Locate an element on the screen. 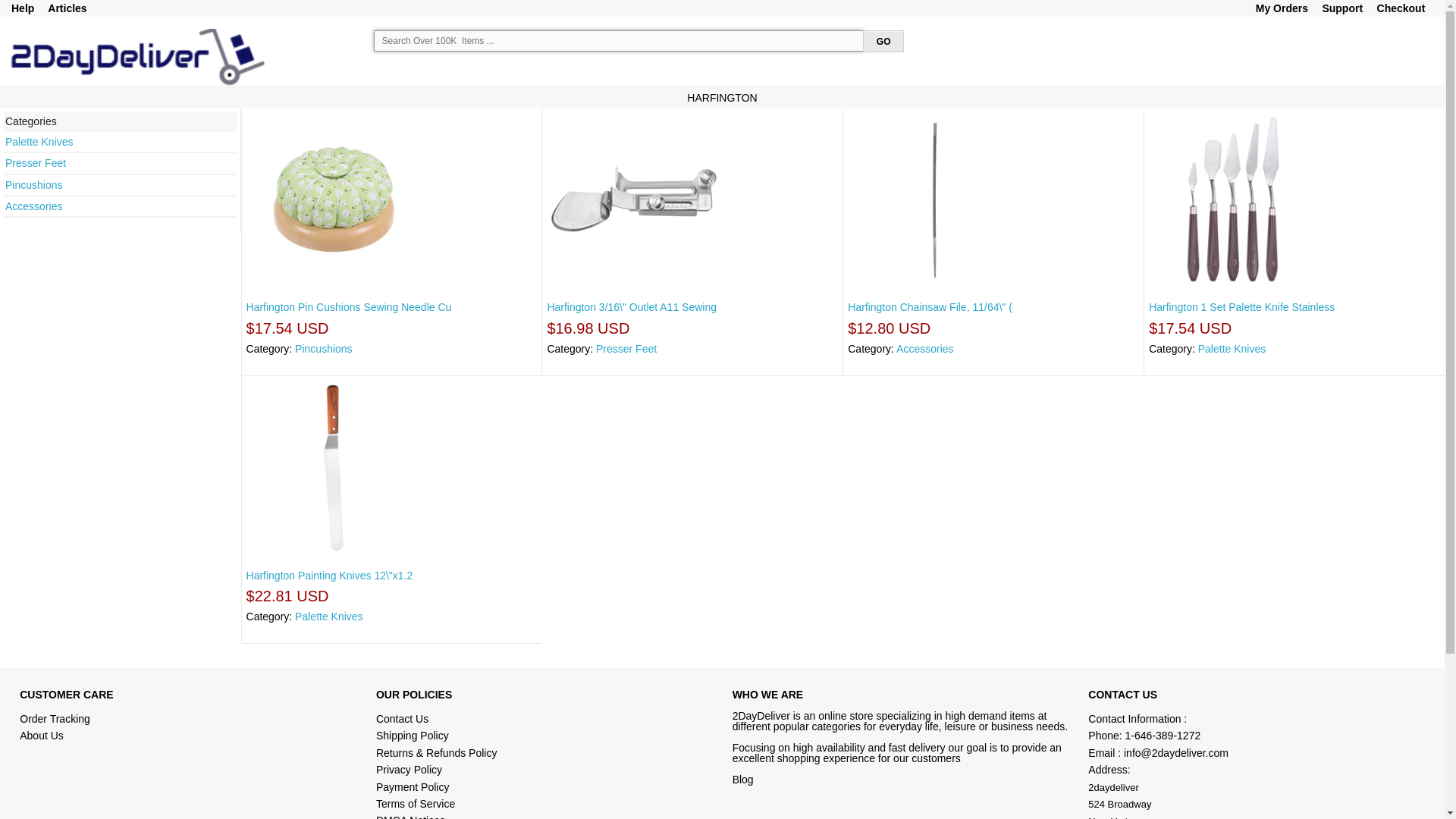 This screenshot has height=819, width=1456. 'Support' is located at coordinates (1342, 8).